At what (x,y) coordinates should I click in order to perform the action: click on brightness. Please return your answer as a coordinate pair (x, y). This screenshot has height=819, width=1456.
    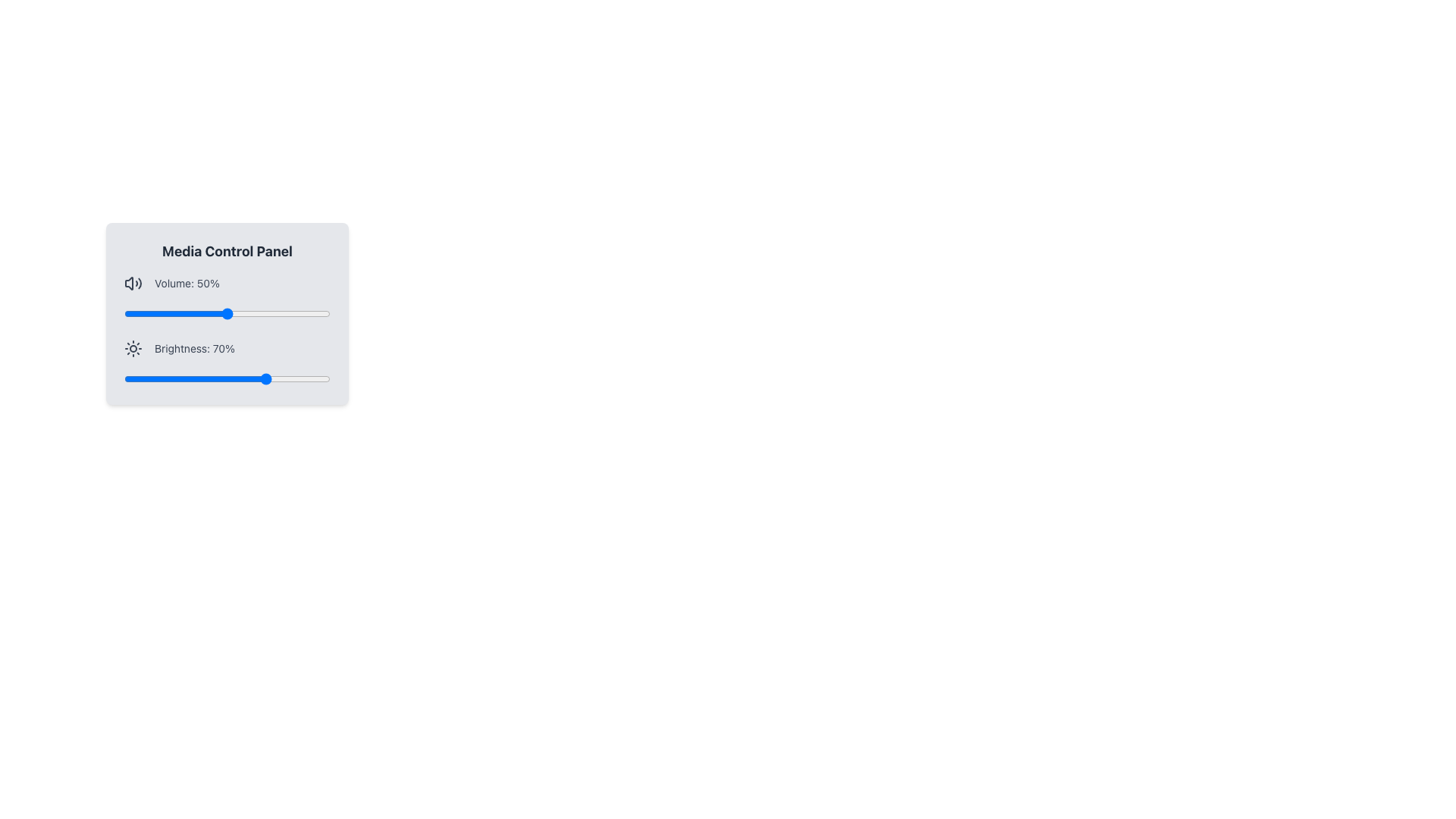
    Looking at the image, I should click on (262, 378).